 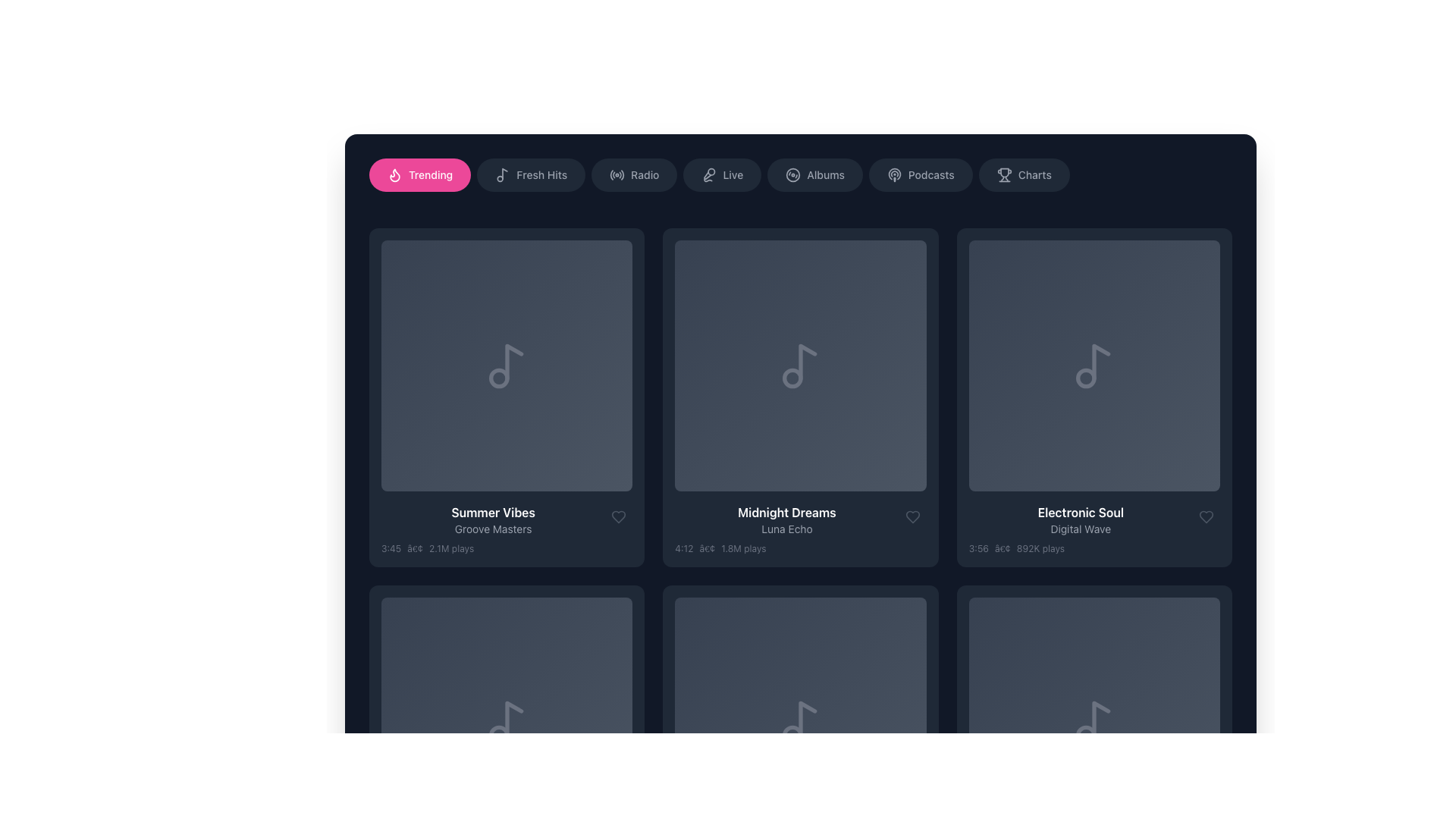 What do you see at coordinates (894, 174) in the screenshot?
I see `the circular podcast icon with concentric circles located immediately to the left of the 'Podcasts' text in the navigation bar` at bounding box center [894, 174].